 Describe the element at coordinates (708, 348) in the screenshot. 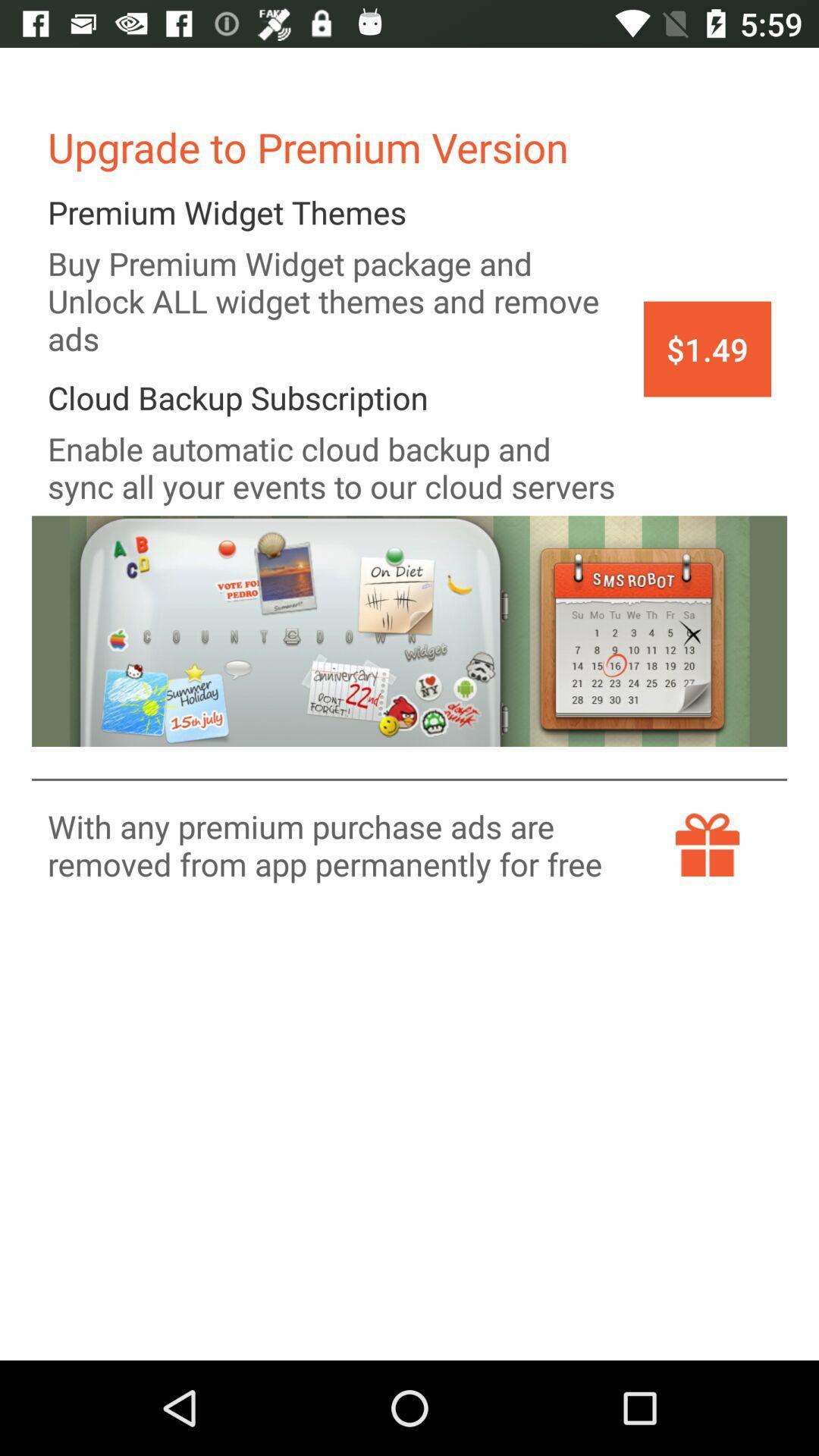

I see `the $1.49 item` at that location.